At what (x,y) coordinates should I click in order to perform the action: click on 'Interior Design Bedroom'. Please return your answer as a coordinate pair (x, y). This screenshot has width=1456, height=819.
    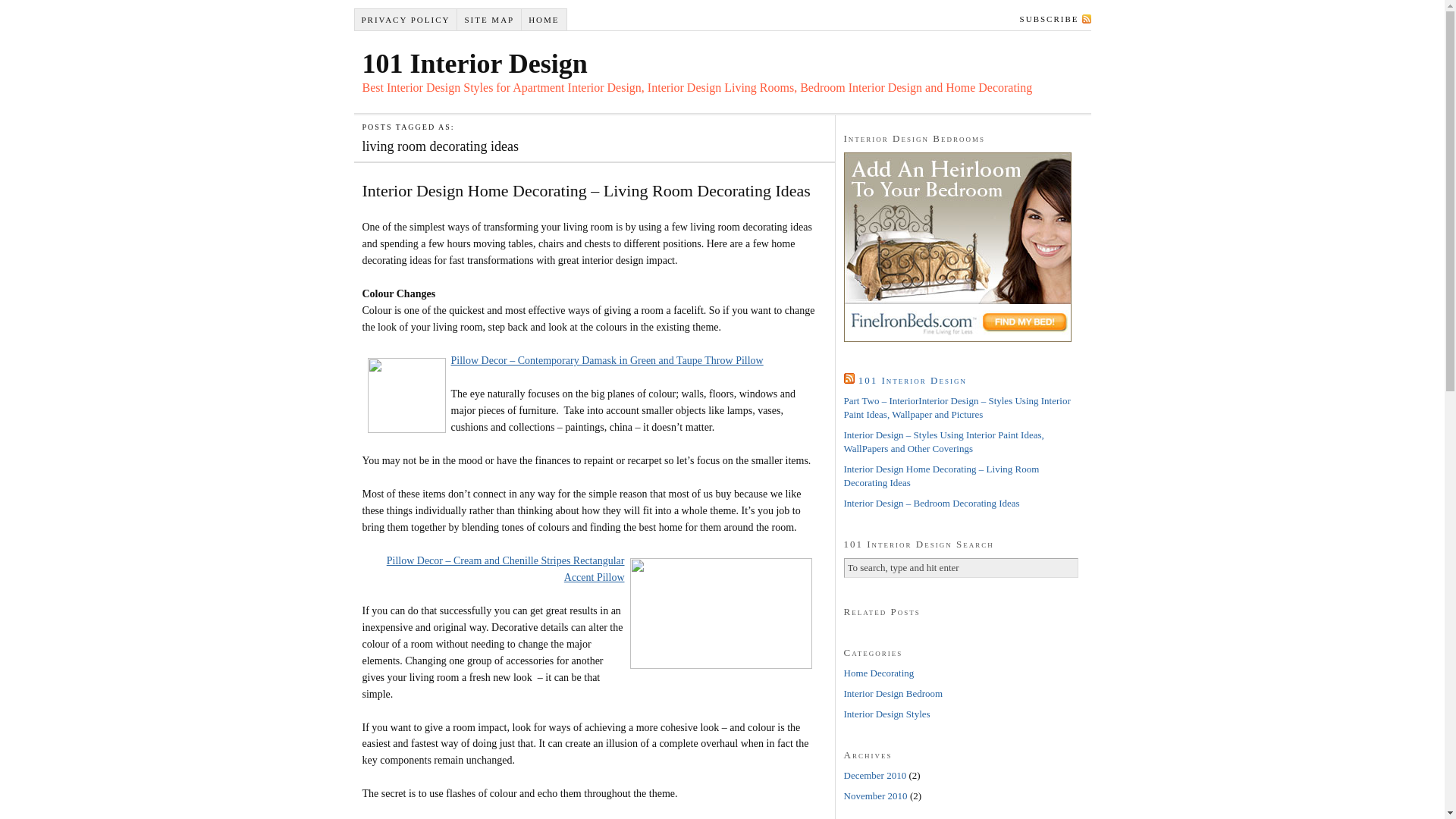
    Looking at the image, I should click on (843, 693).